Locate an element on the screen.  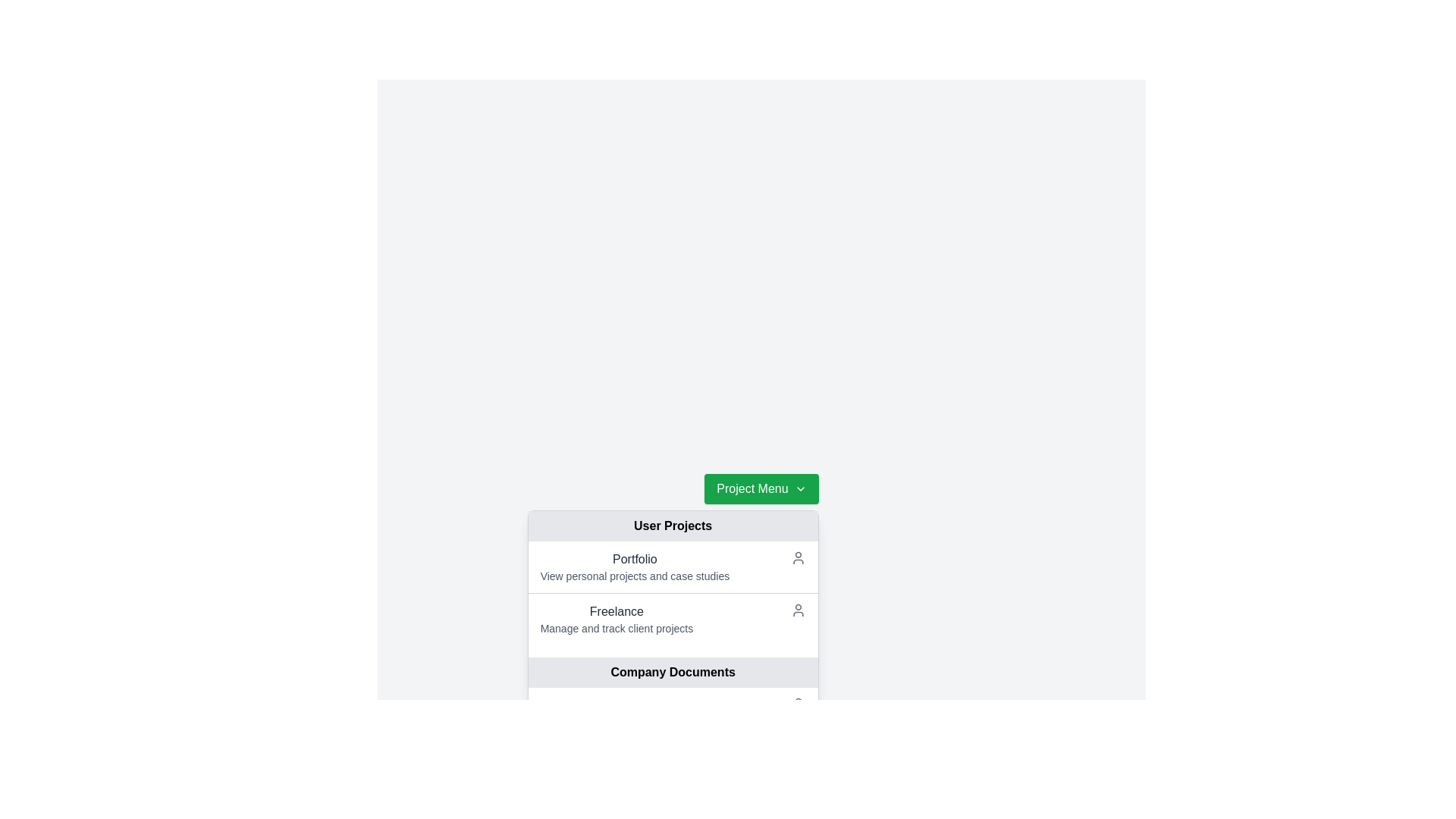
the 'Freelance' label in the 'User Projects' section of the dropdown menu is located at coordinates (617, 610).